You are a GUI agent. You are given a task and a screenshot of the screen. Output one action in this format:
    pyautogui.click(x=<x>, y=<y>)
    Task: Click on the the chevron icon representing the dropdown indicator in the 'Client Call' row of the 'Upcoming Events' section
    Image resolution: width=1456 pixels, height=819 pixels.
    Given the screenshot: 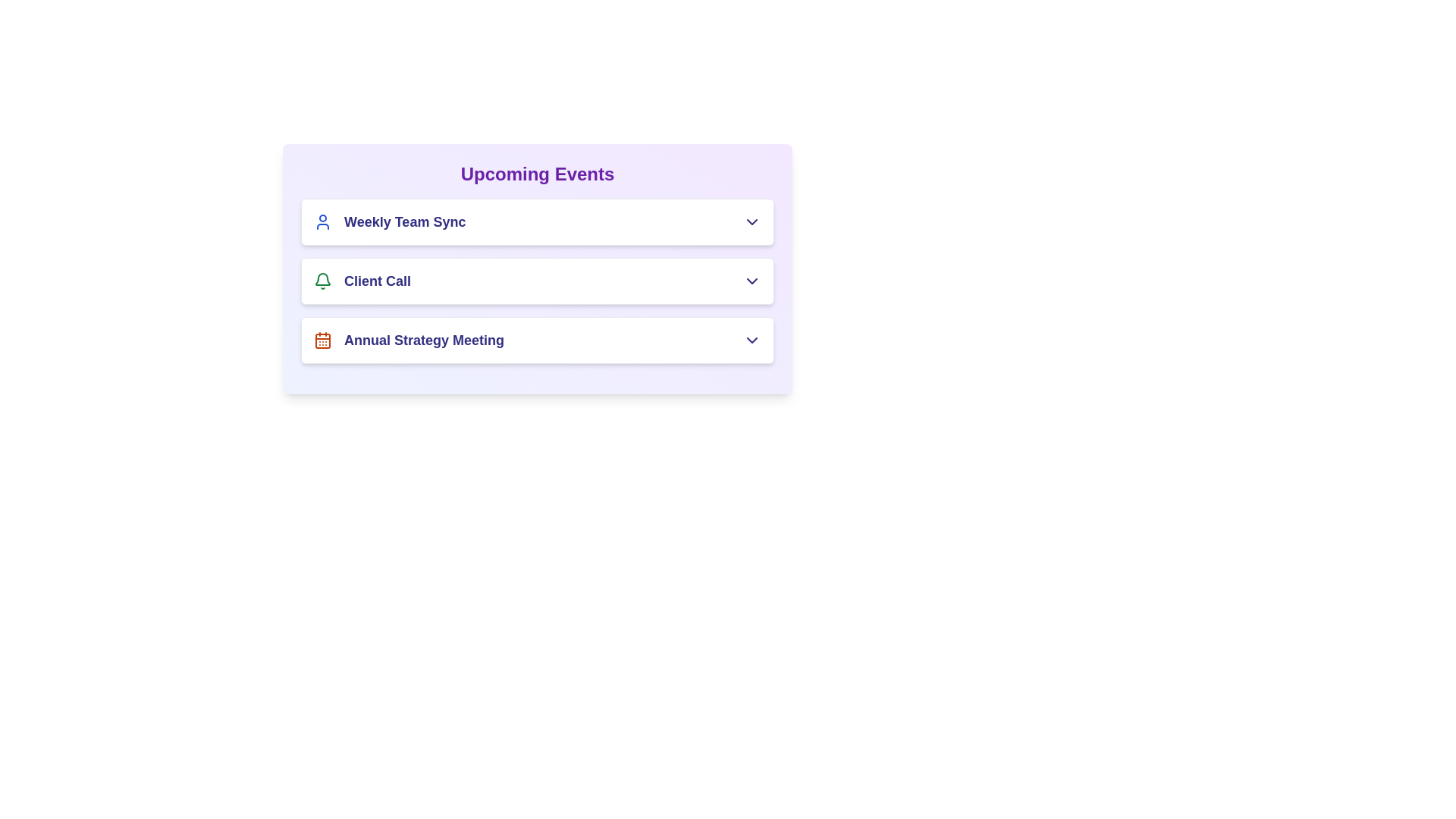 What is the action you would take?
    pyautogui.click(x=752, y=281)
    